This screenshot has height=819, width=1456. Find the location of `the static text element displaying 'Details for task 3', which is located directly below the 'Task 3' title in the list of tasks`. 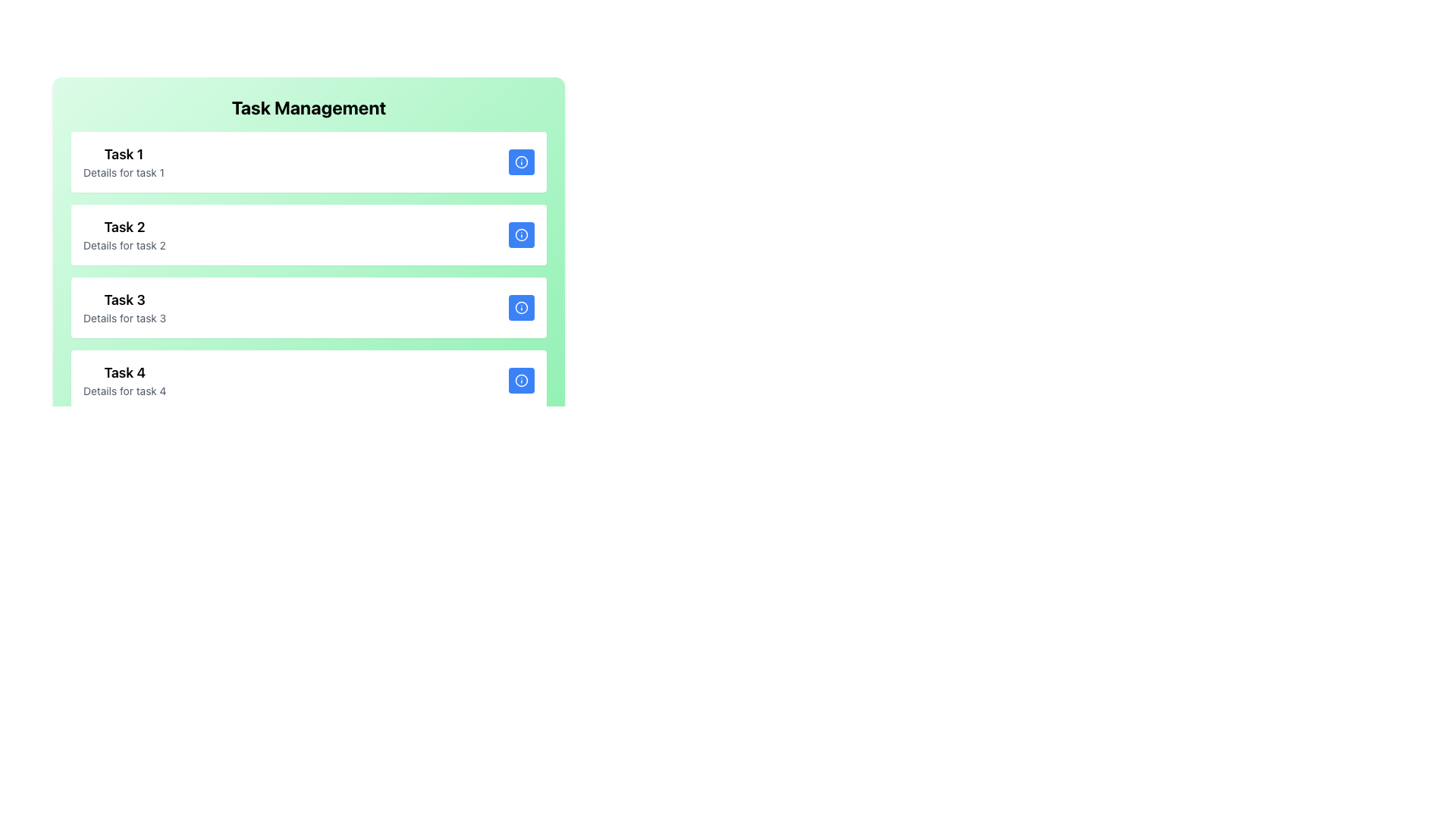

the static text element displaying 'Details for task 3', which is located directly below the 'Task 3' title in the list of tasks is located at coordinates (124, 318).